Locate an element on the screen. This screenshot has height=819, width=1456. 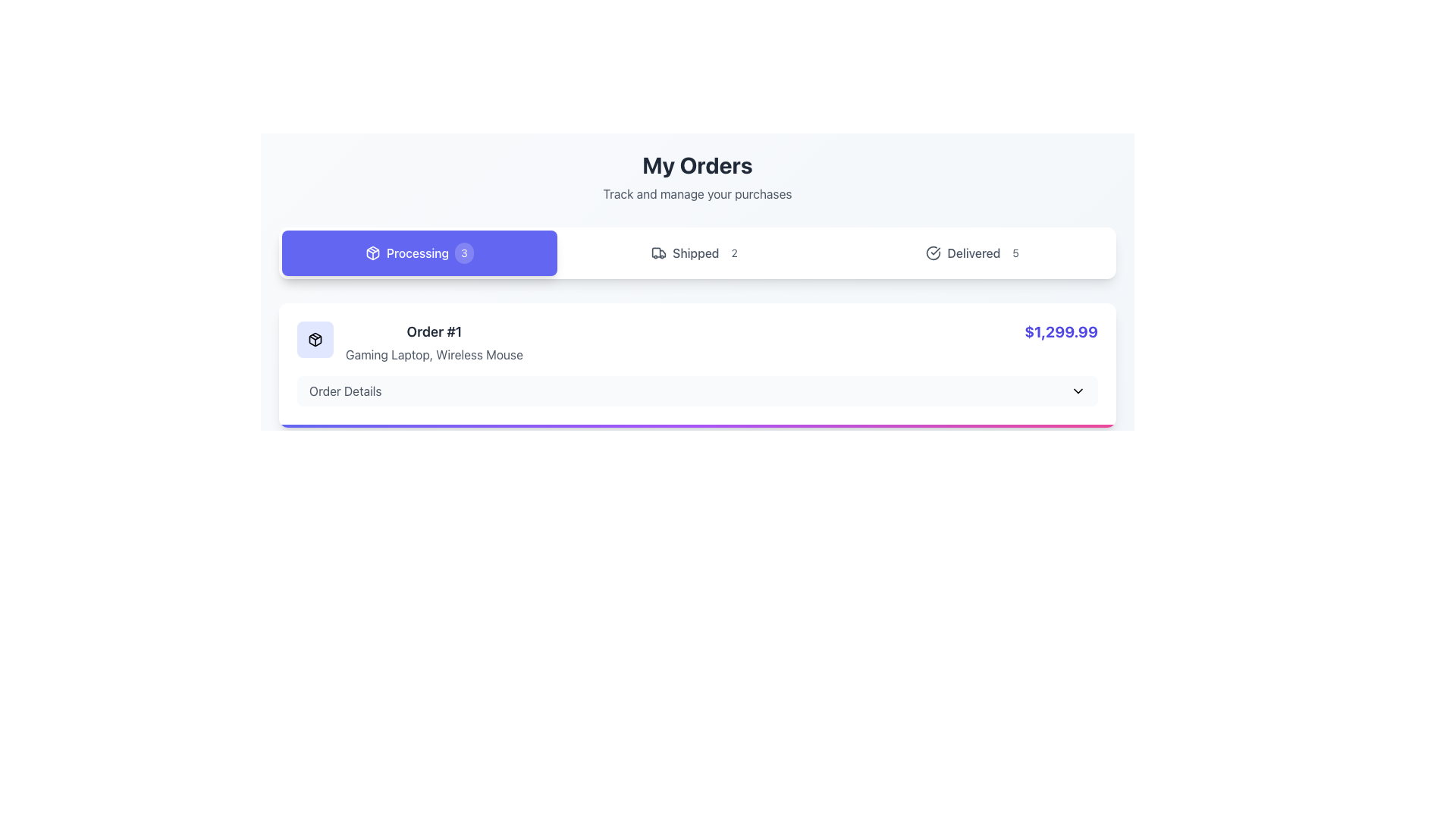
the Badge or Counter displaying the number '5' in white text, located to the right of the 'Delivered' label is located at coordinates (1015, 253).